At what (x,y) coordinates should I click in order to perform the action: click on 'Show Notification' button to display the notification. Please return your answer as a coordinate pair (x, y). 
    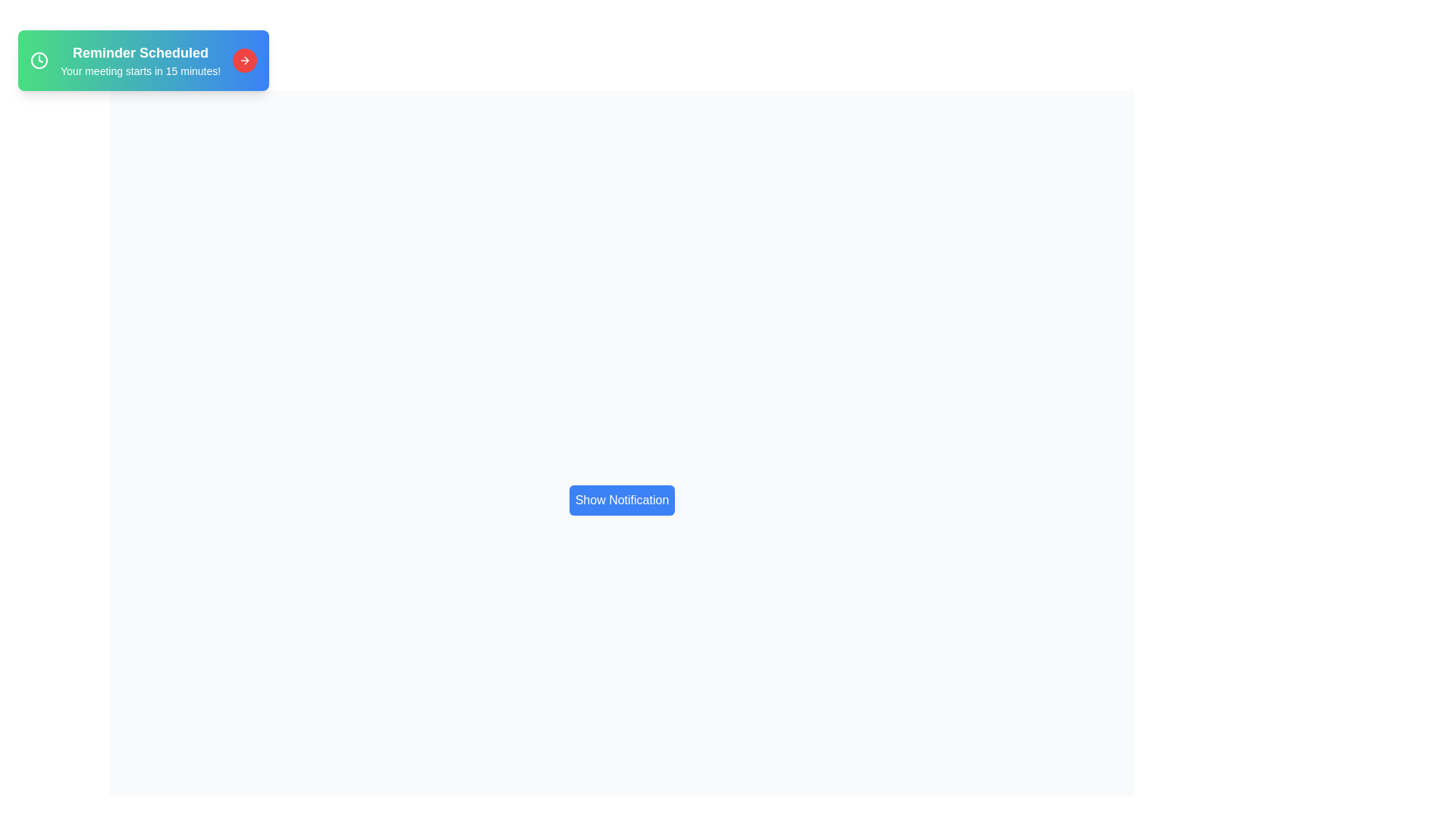
    Looking at the image, I should click on (622, 500).